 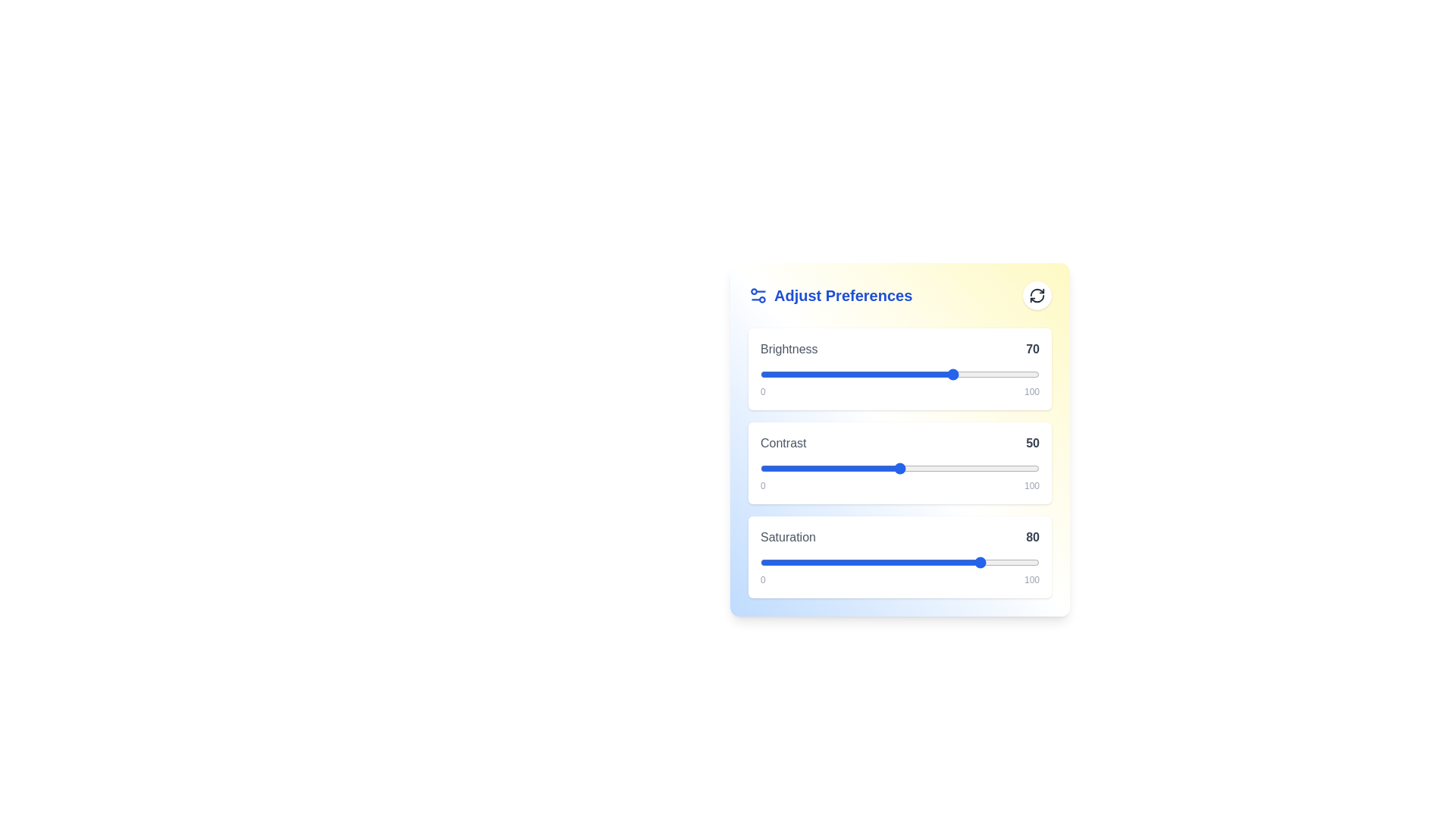 I want to click on saturation level, so click(x=886, y=562).